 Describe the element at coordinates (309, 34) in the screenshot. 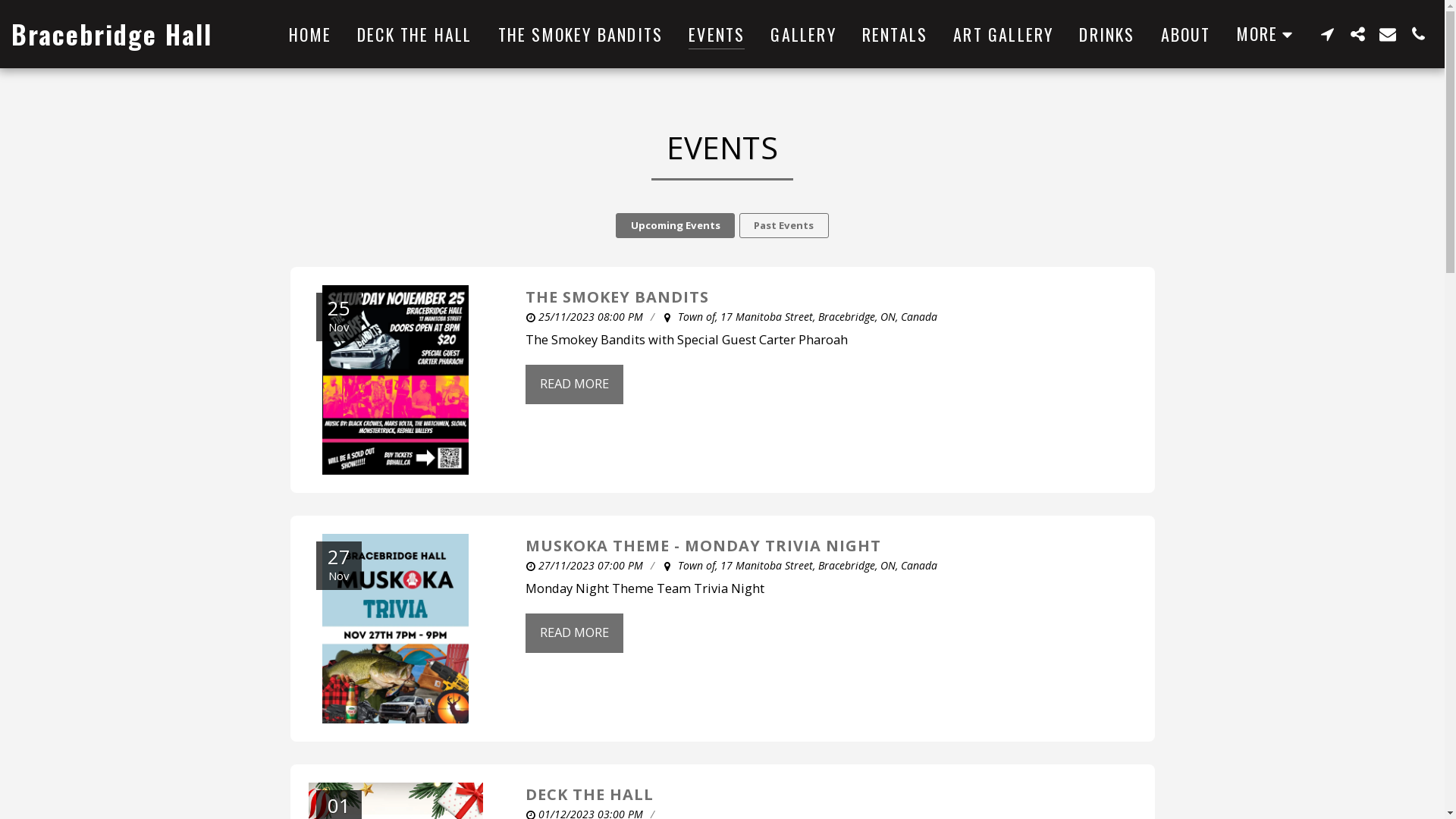

I see `'HOME'` at that location.